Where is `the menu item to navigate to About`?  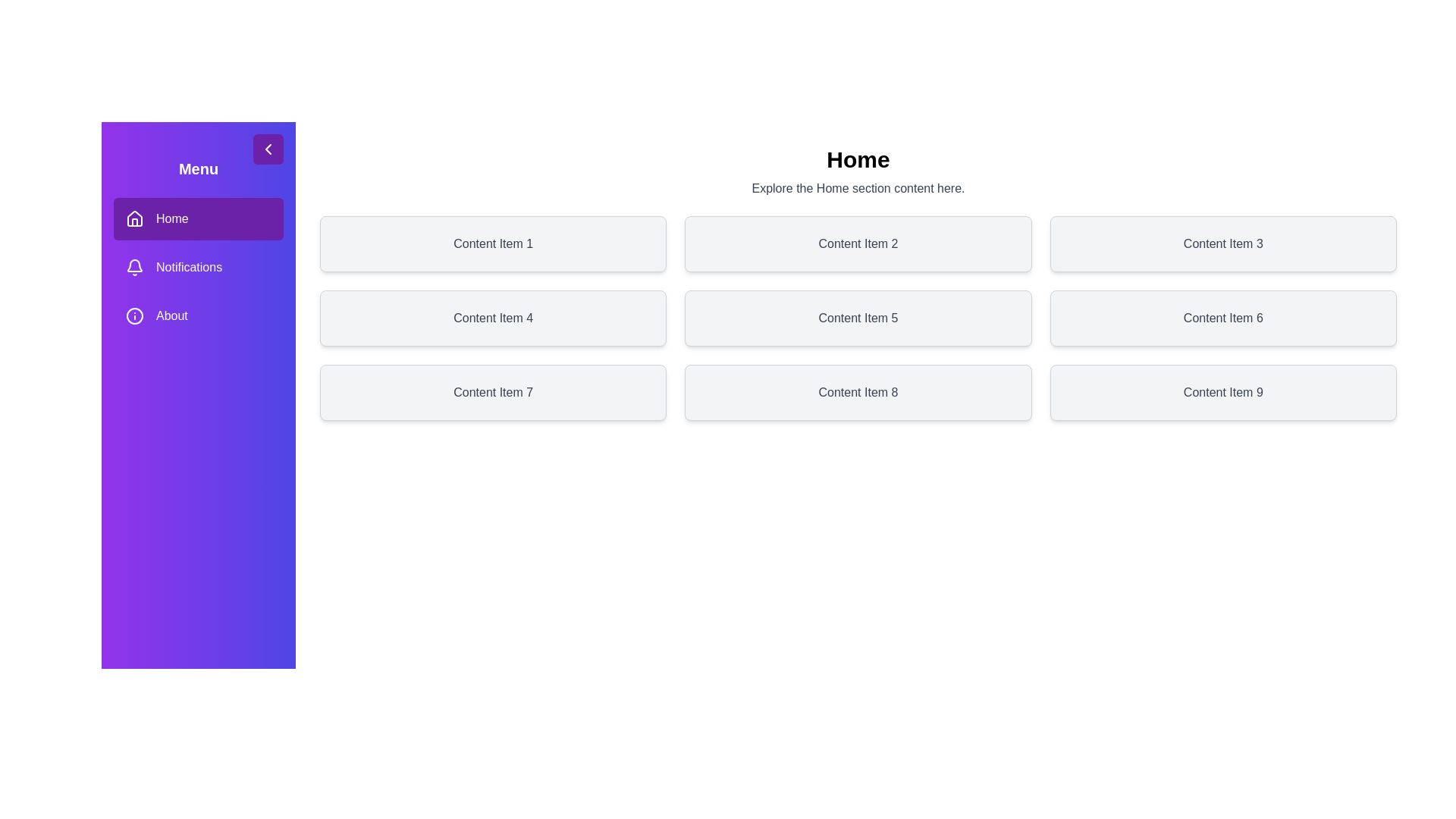 the menu item to navigate to About is located at coordinates (198, 315).